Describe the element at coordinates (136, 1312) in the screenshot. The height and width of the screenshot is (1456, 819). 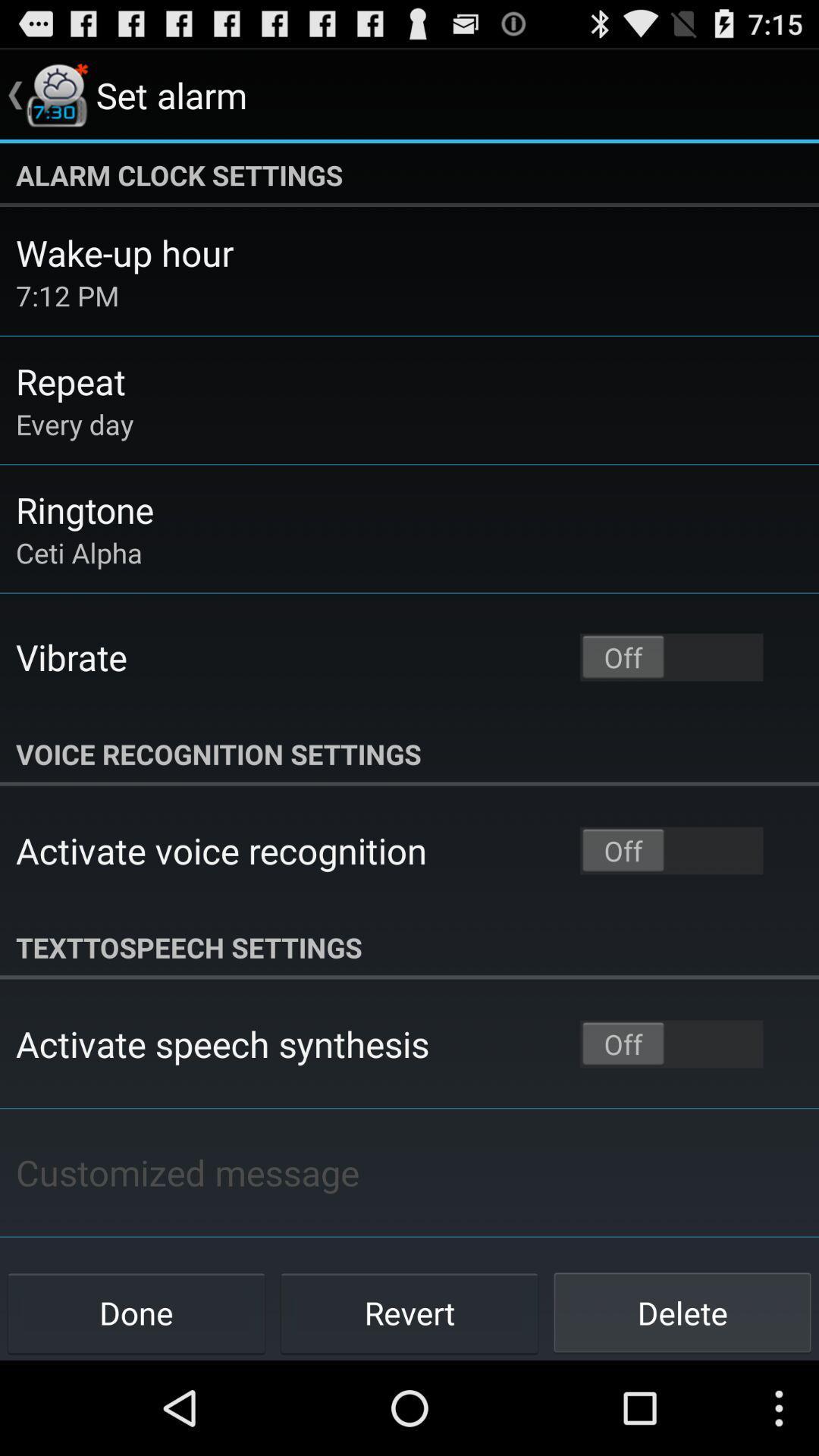
I see `done` at that location.